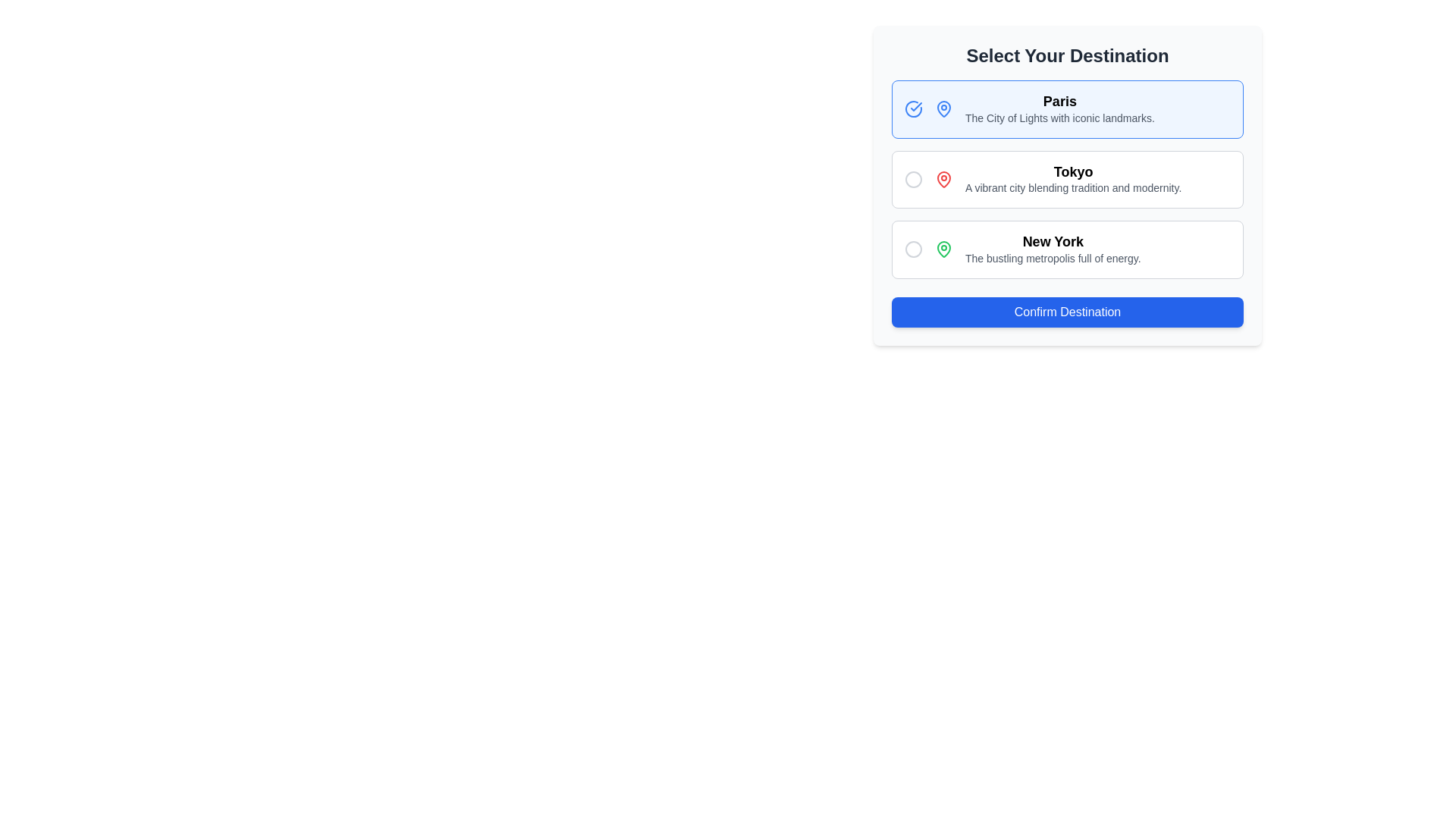 This screenshot has height=819, width=1456. I want to click on the descriptive label providing additional information about the 'Paris' selection option located in the top option section of the list 'Select Your Destination', so click(1059, 117).